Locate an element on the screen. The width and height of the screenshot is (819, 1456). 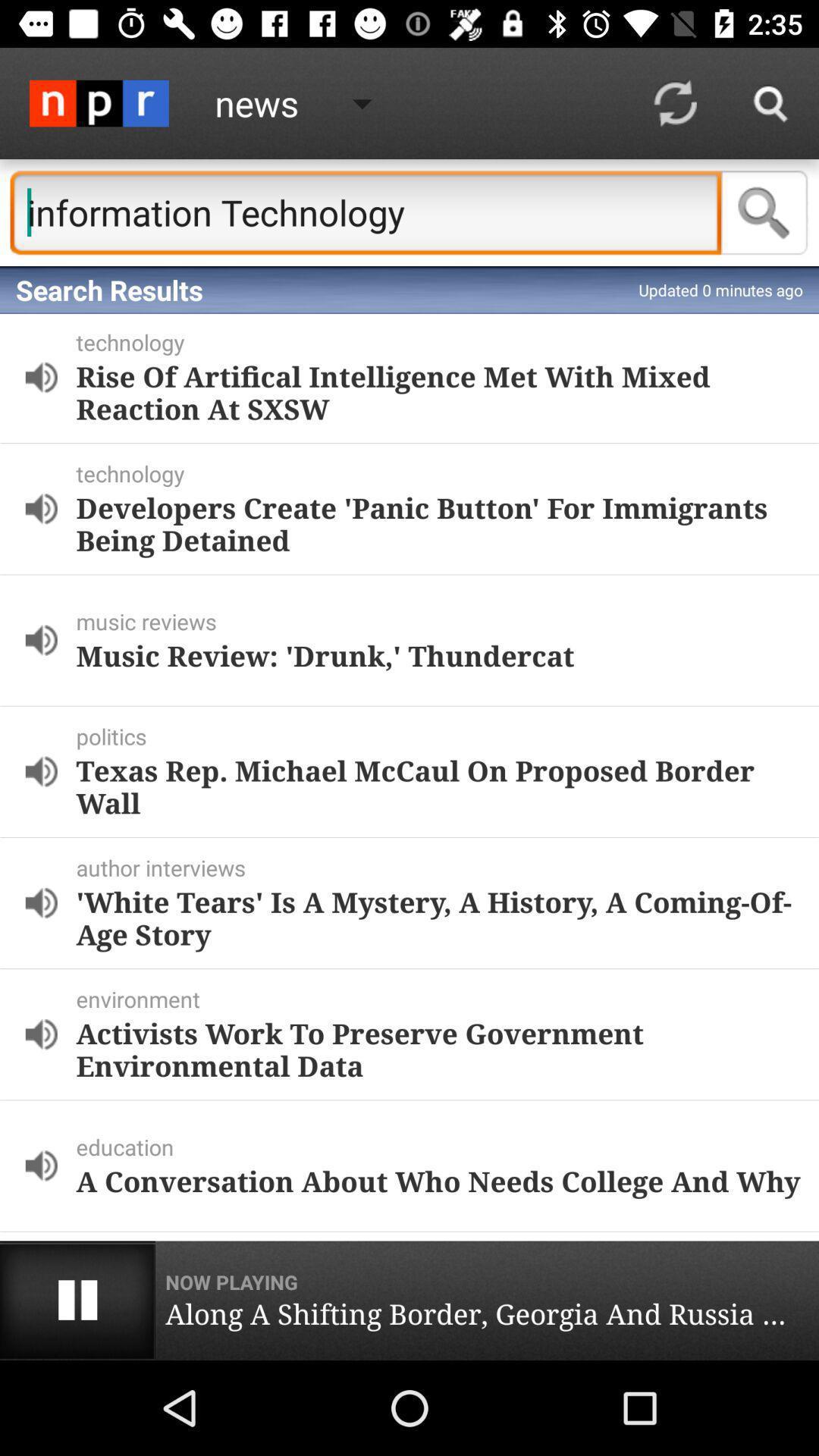
the volume icon shown in the first option below search results is located at coordinates (40, 378).